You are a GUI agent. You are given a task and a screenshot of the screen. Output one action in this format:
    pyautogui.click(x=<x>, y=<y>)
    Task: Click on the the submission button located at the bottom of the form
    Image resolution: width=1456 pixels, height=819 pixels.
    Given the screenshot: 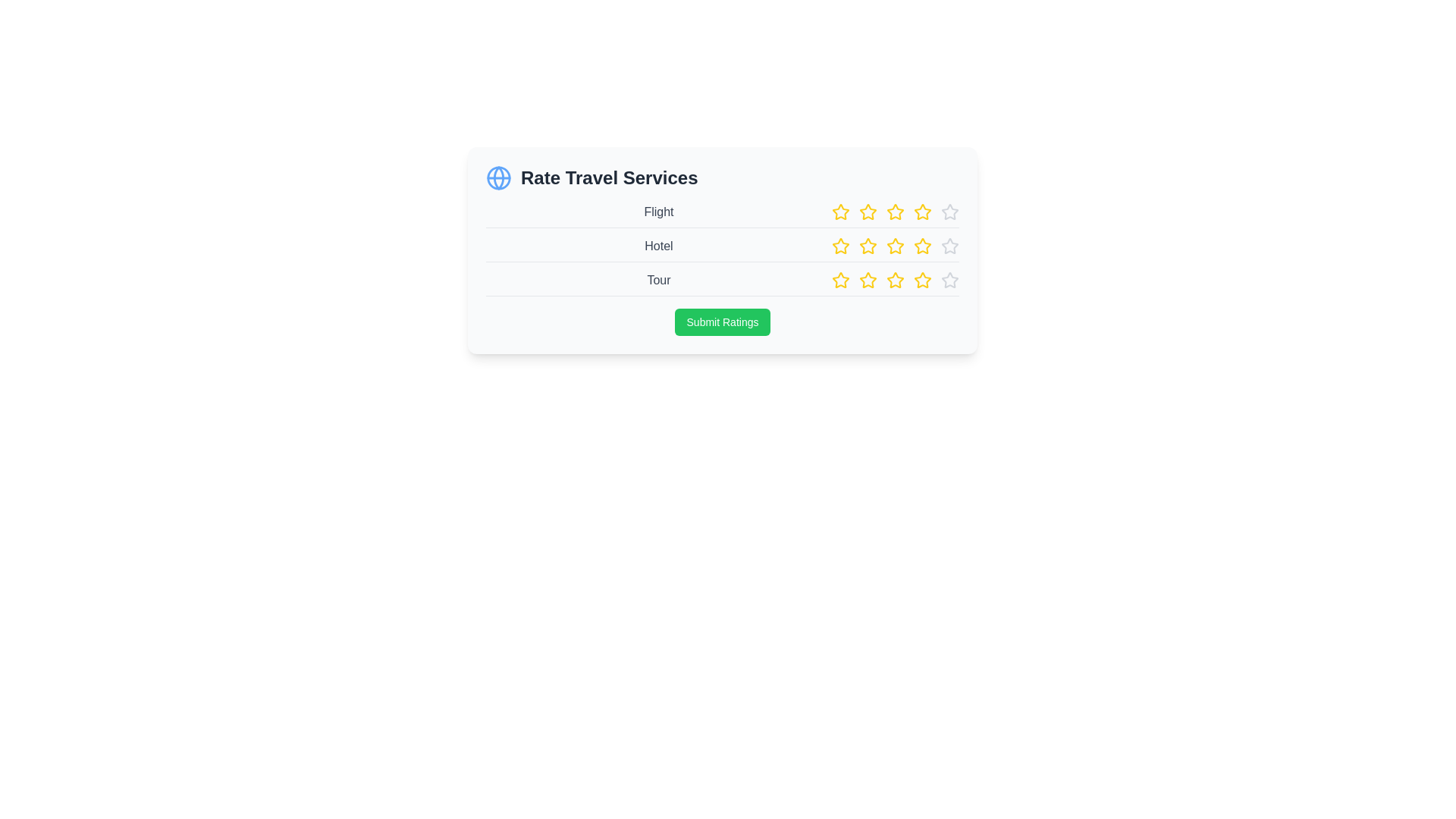 What is the action you would take?
    pyautogui.click(x=722, y=321)
    